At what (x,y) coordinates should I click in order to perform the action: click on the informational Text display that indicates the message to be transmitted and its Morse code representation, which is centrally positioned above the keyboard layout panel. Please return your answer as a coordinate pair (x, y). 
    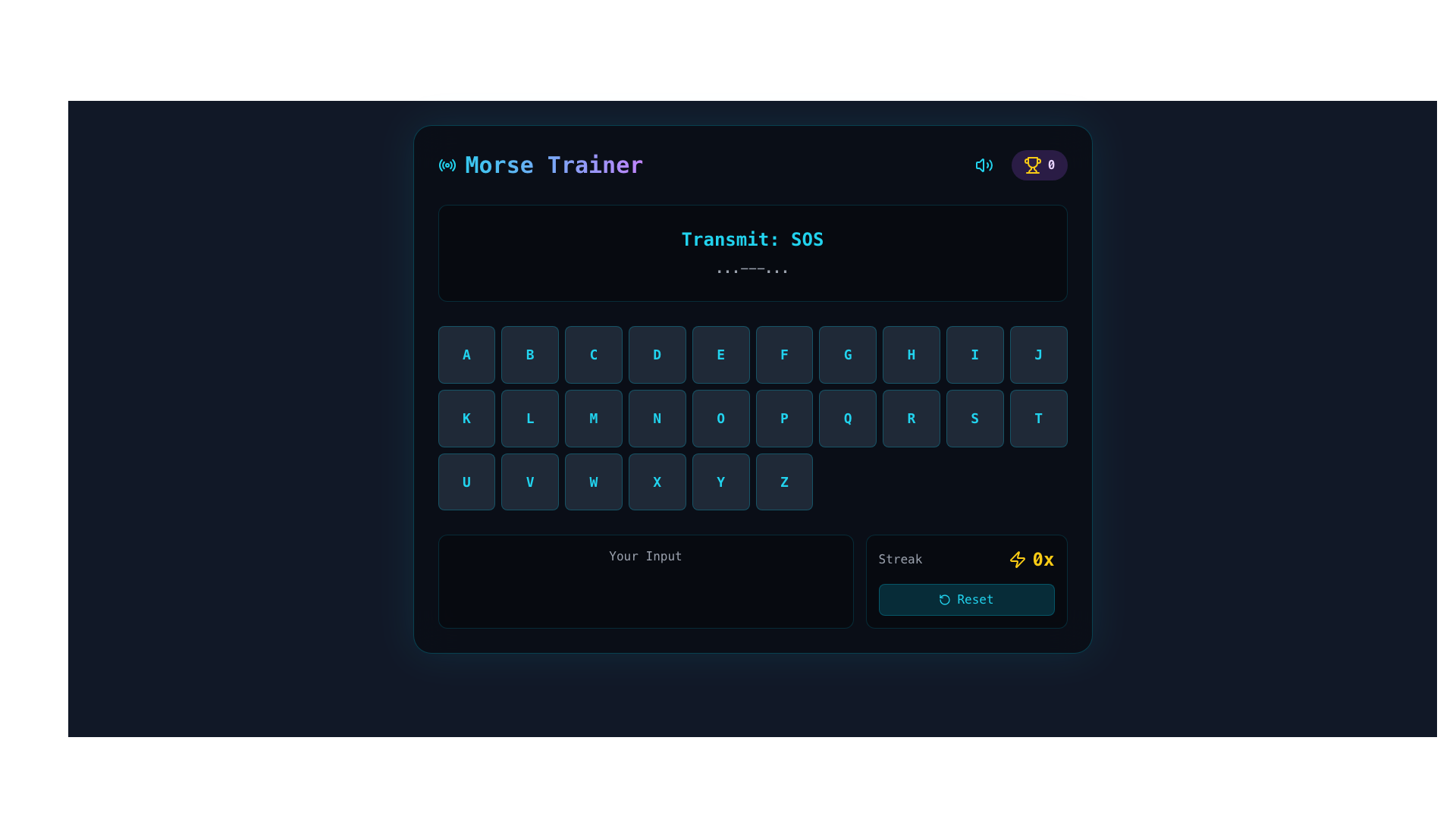
    Looking at the image, I should click on (752, 253).